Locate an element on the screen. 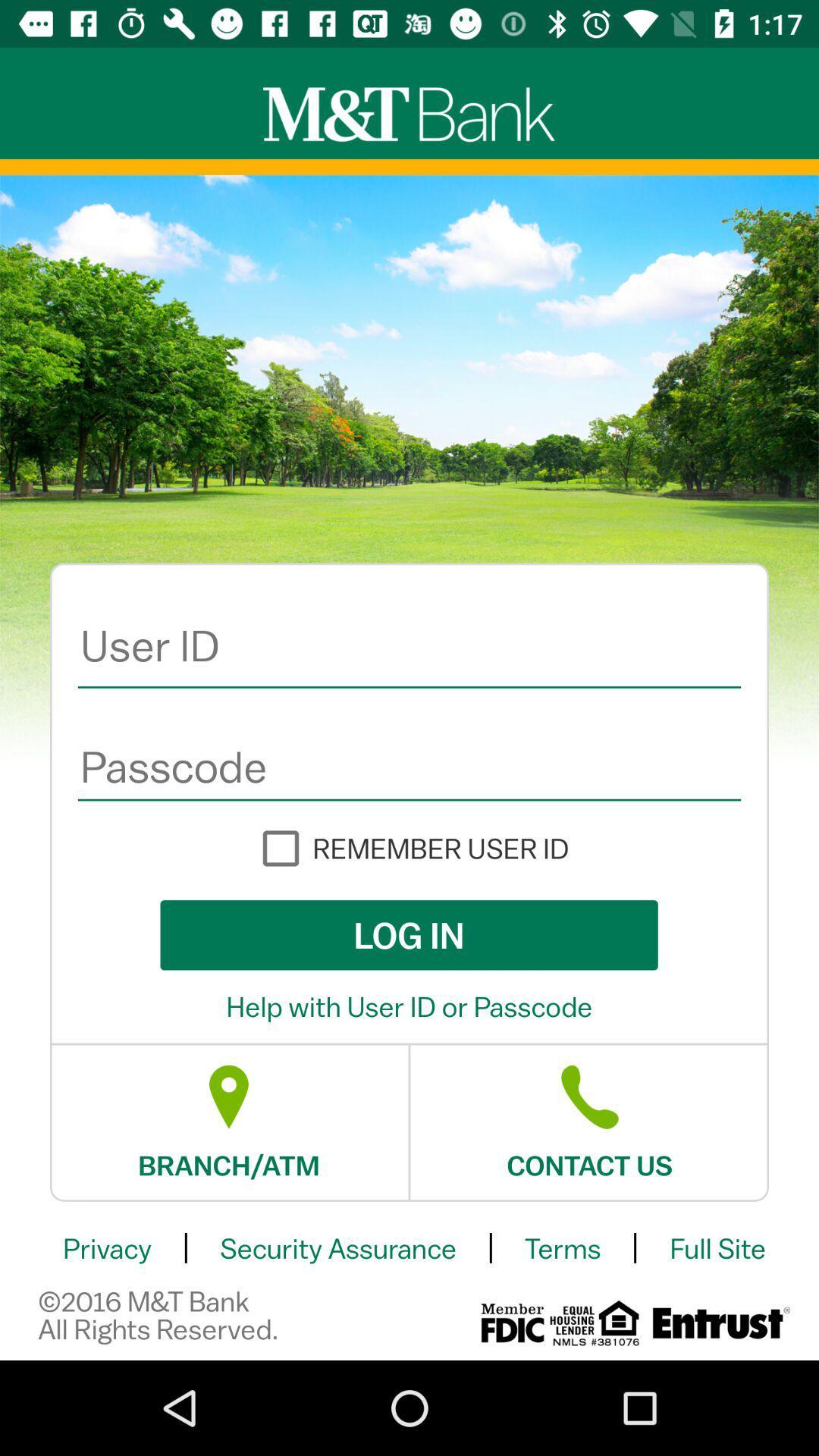 The width and height of the screenshot is (819, 1456). security assurance is located at coordinates (337, 1248).